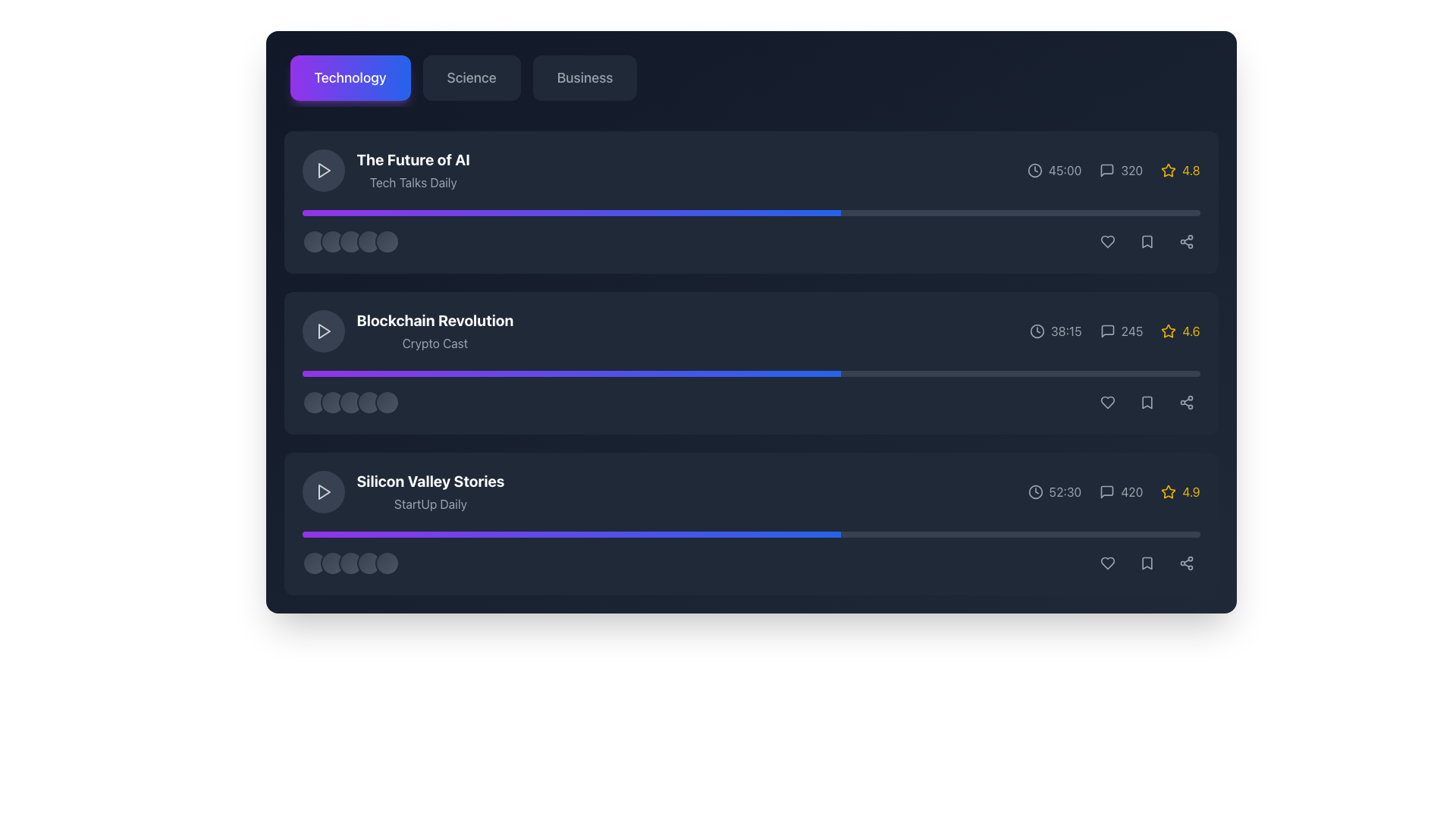 This screenshot has width=1456, height=819. What do you see at coordinates (1147, 402) in the screenshot?
I see `the bookmark icon, which is a hollow rectangle with a triangular notch at the bottom, located in the middle group of action icons on the right side of the 'Blockchain Revolution' podcast card` at bounding box center [1147, 402].